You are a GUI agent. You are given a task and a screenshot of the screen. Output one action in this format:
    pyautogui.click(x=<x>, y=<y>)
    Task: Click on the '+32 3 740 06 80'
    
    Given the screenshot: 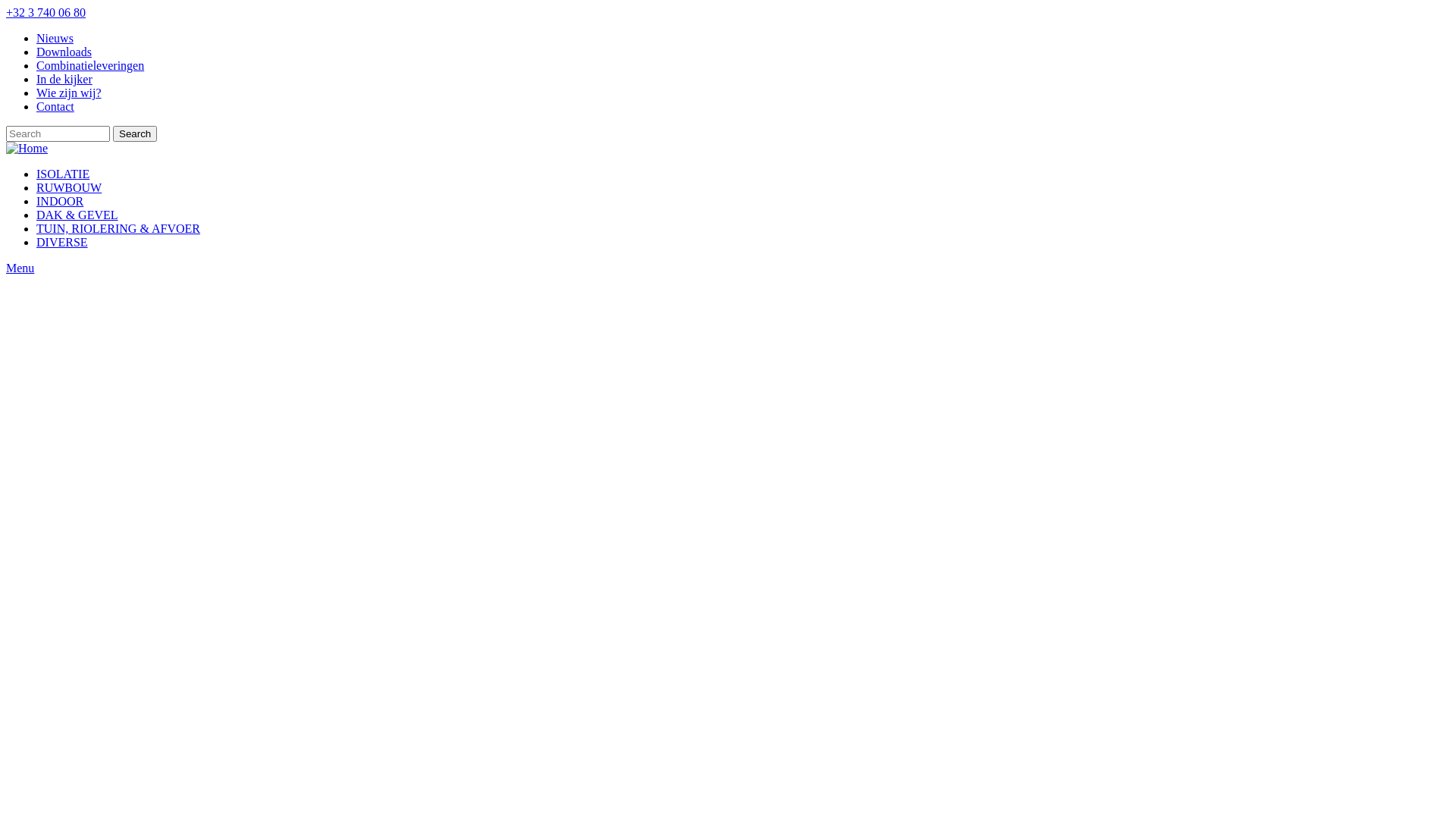 What is the action you would take?
    pyautogui.click(x=6, y=12)
    